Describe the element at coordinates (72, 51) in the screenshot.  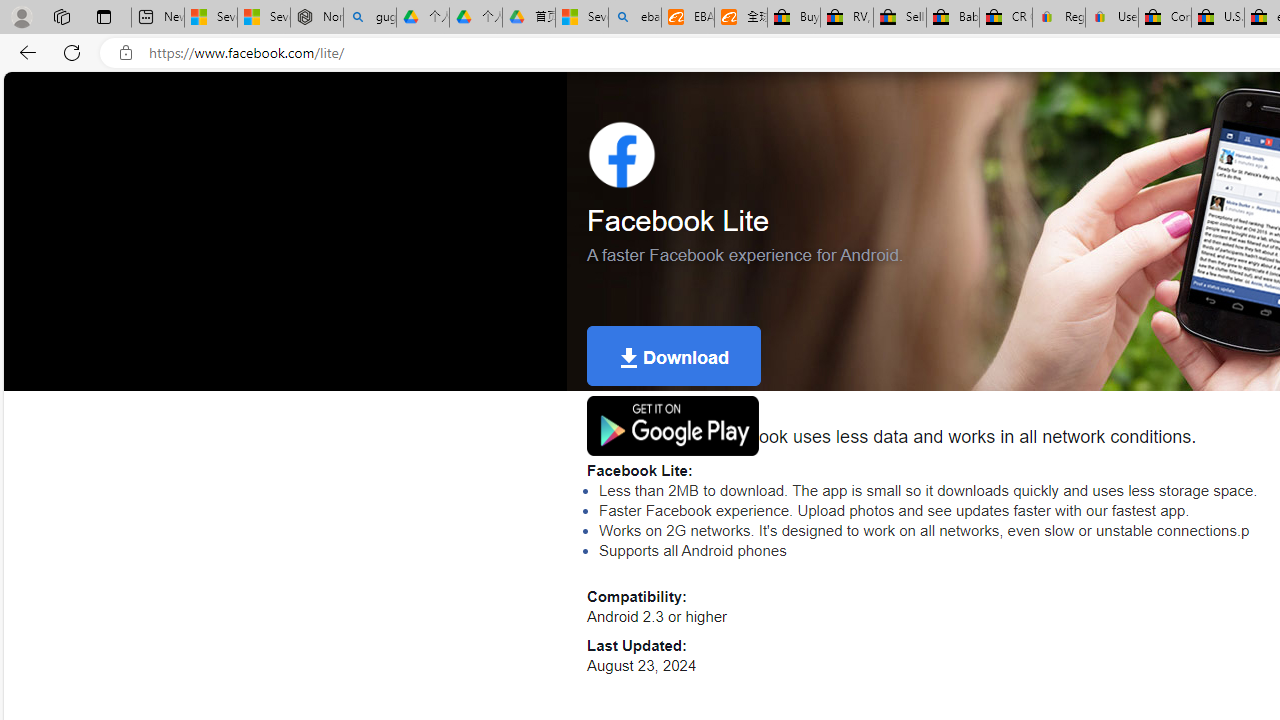
I see `'Refresh'` at that location.